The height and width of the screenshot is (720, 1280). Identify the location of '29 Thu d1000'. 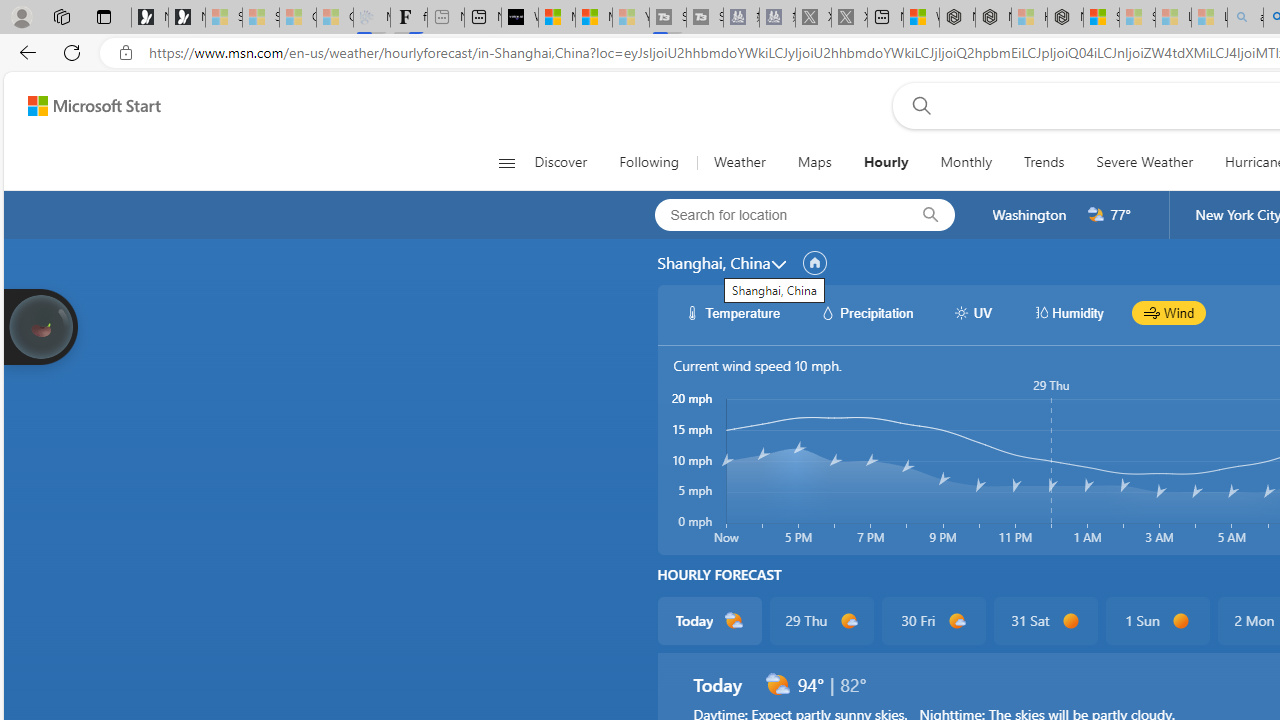
(821, 620).